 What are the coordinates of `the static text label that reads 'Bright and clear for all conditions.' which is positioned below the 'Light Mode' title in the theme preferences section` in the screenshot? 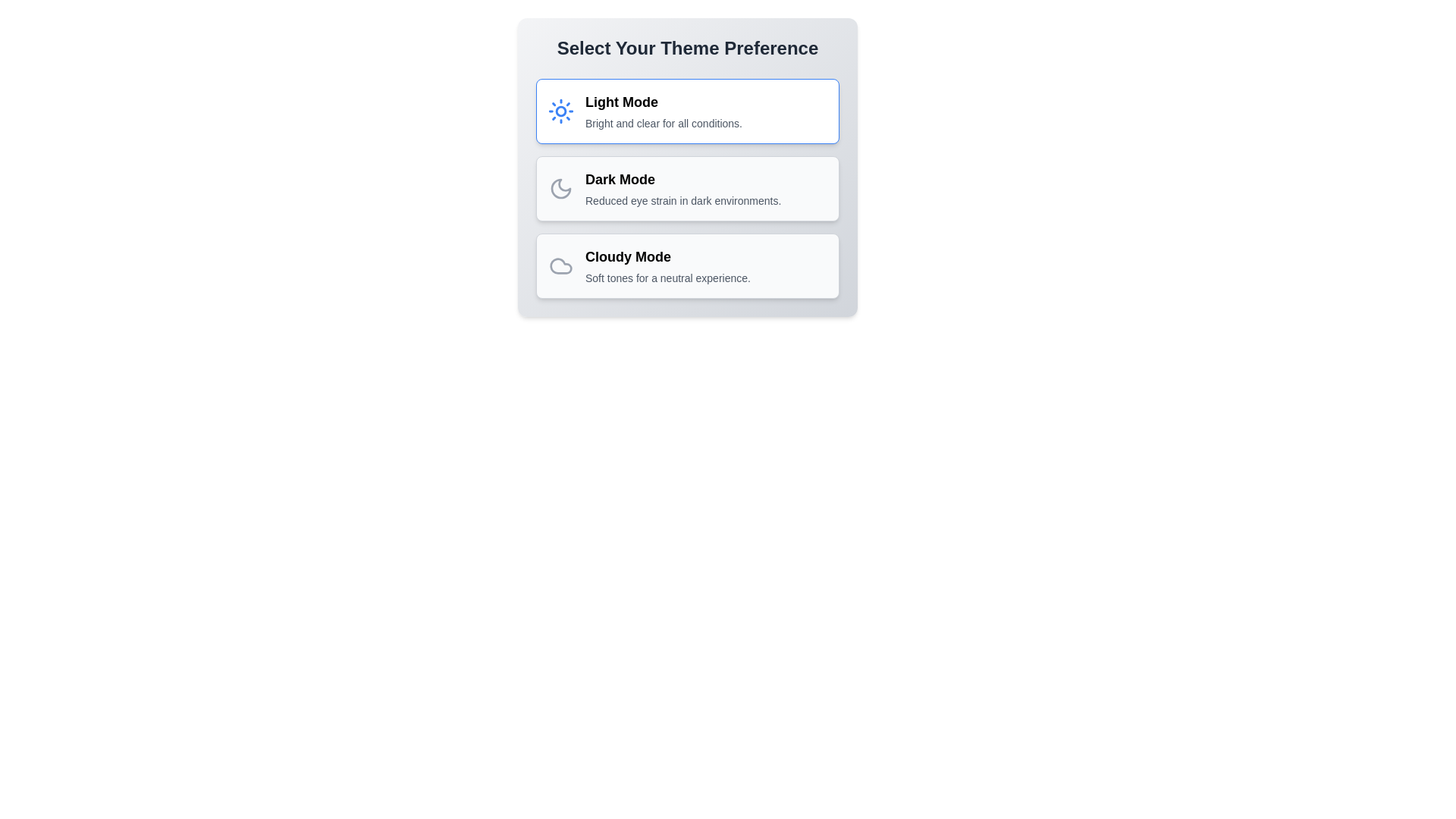 It's located at (664, 122).